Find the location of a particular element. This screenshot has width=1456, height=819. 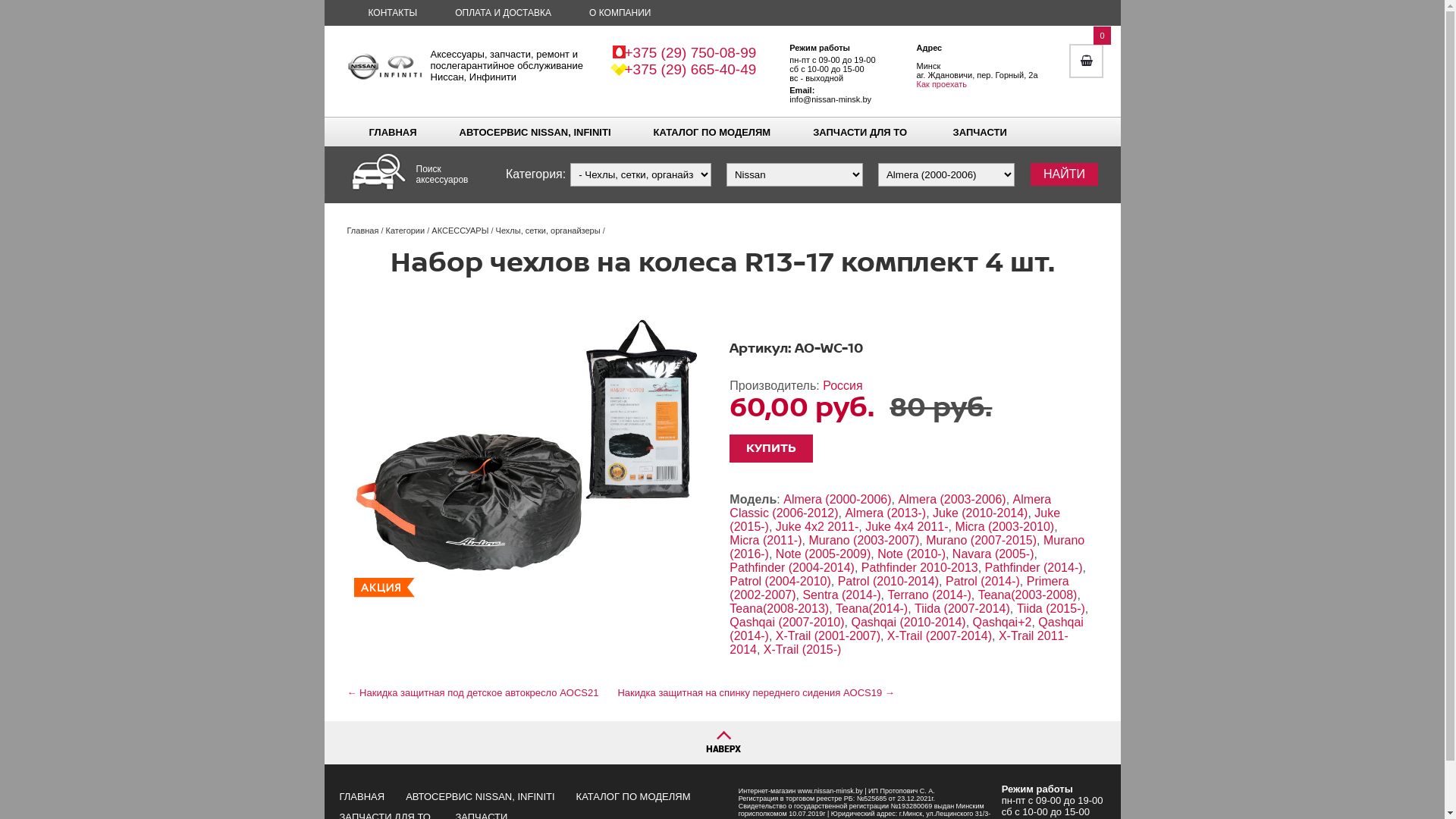

'Qashqai (2010-2014)' is located at coordinates (908, 622).